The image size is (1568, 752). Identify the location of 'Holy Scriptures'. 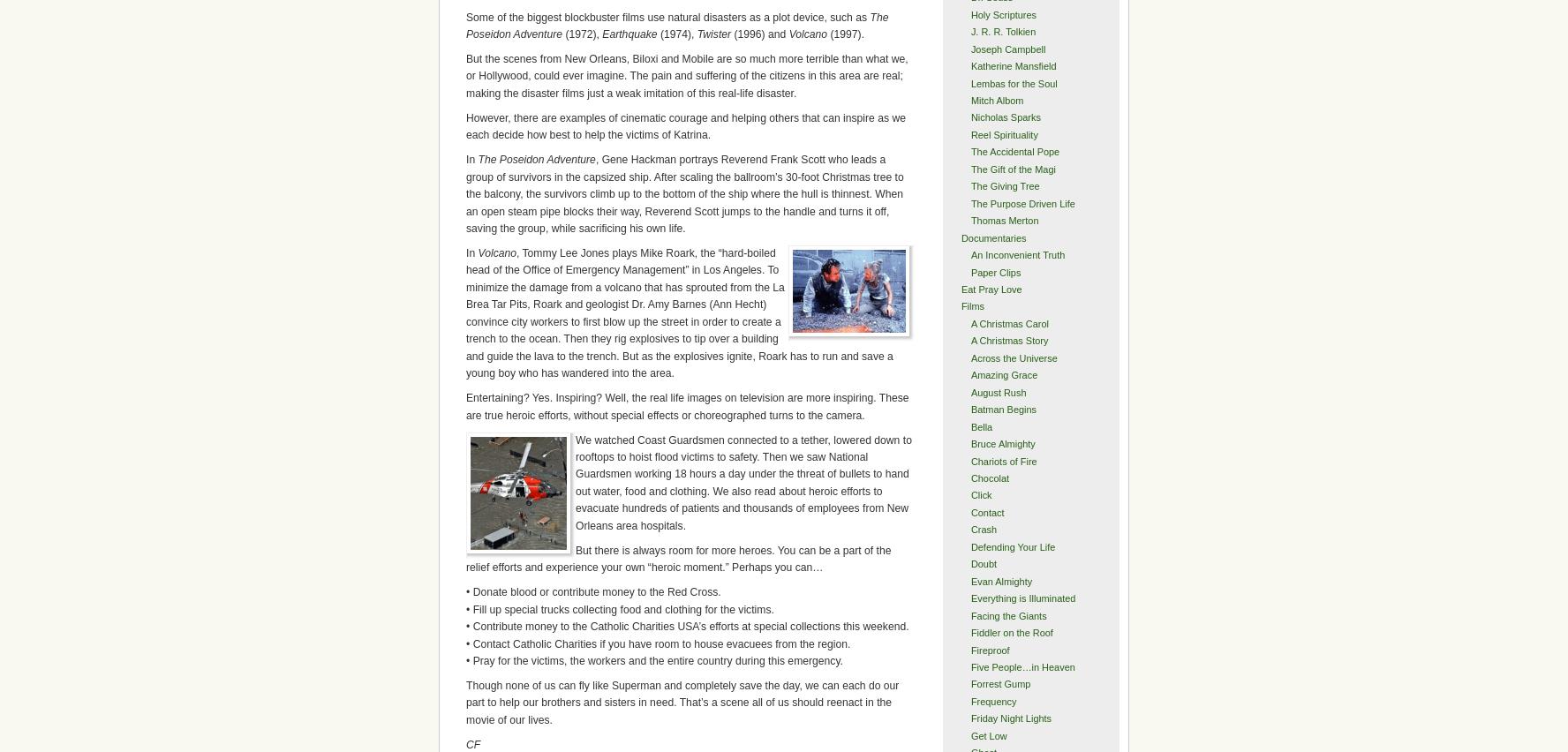
(1003, 13).